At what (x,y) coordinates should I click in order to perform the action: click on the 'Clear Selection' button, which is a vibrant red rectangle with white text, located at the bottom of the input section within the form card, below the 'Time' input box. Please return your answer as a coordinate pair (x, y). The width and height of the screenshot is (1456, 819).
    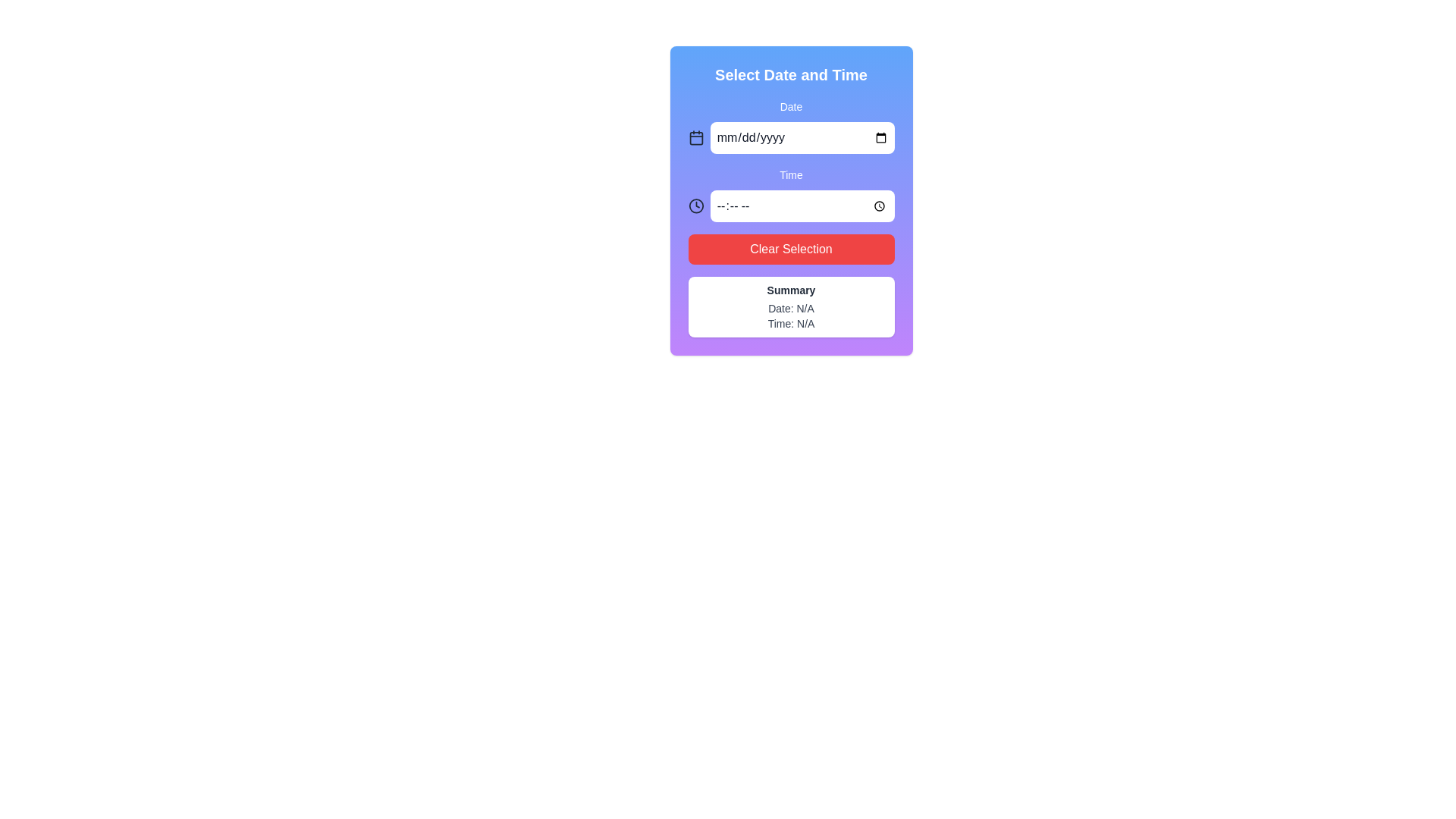
    Looking at the image, I should click on (790, 248).